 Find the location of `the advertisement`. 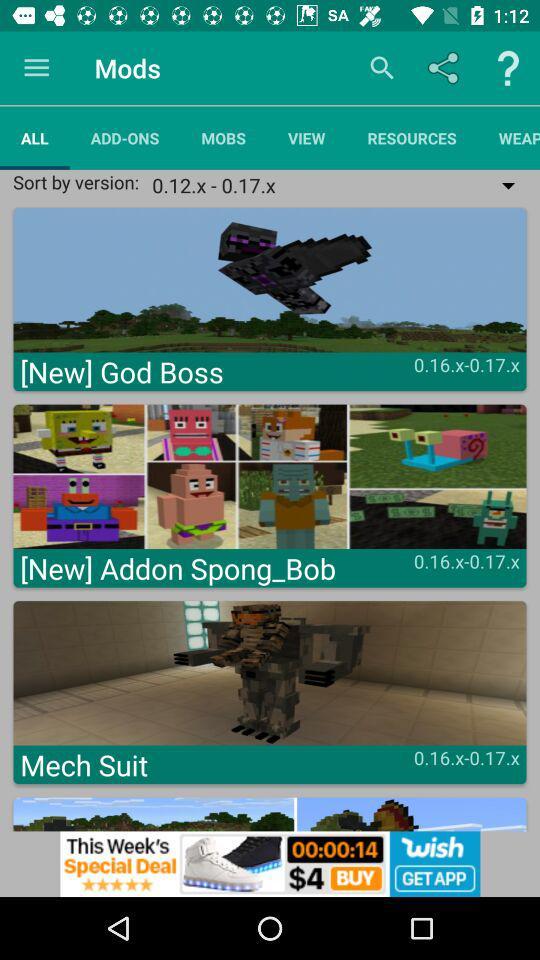

the advertisement is located at coordinates (270, 863).